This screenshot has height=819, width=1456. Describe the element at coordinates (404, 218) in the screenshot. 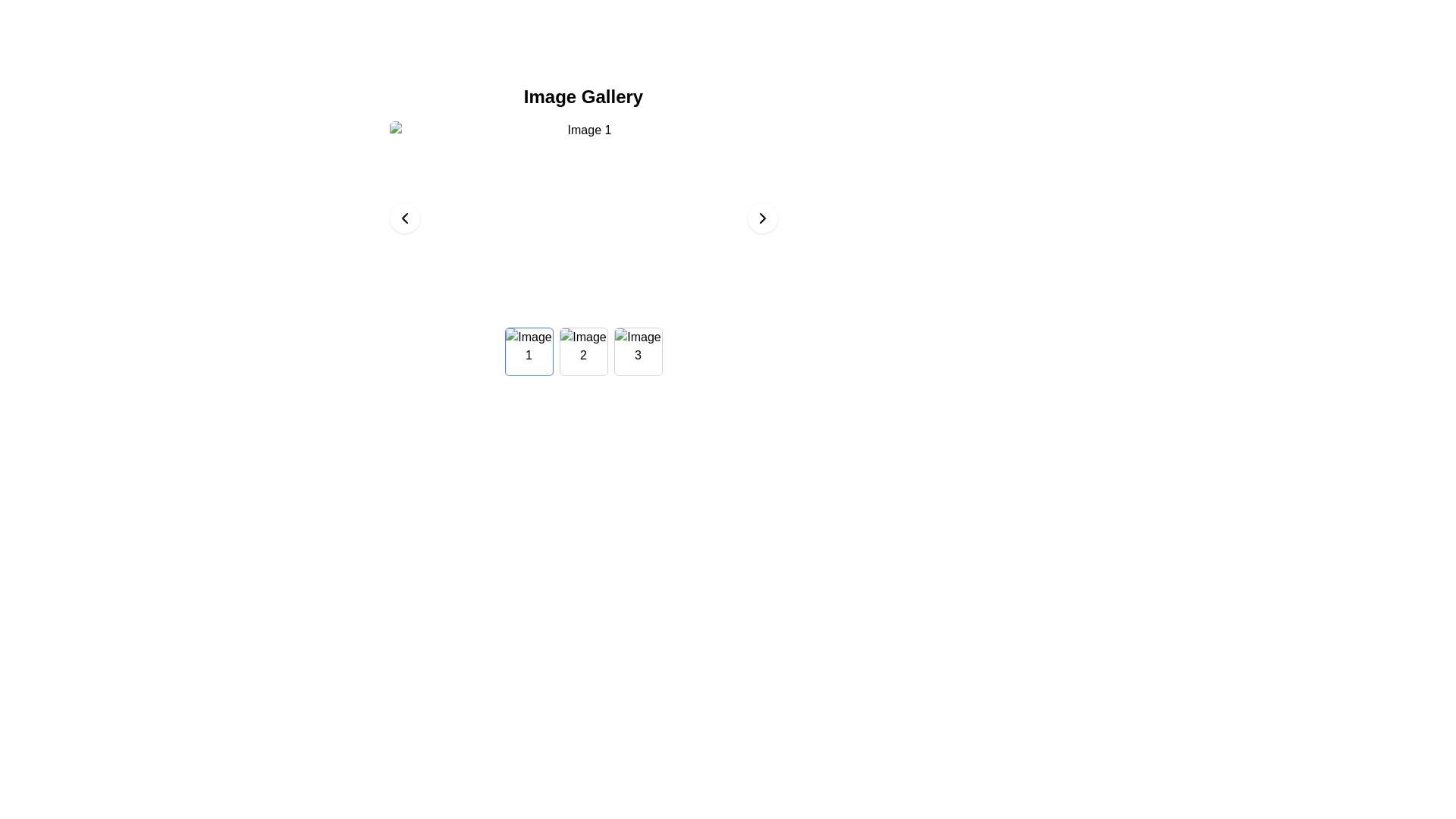

I see `the left-facing chevron icon, which is characterized by its arrow-like shape pointing to the left and is located in the upper-left corner of the interface for navigation purposes` at that location.